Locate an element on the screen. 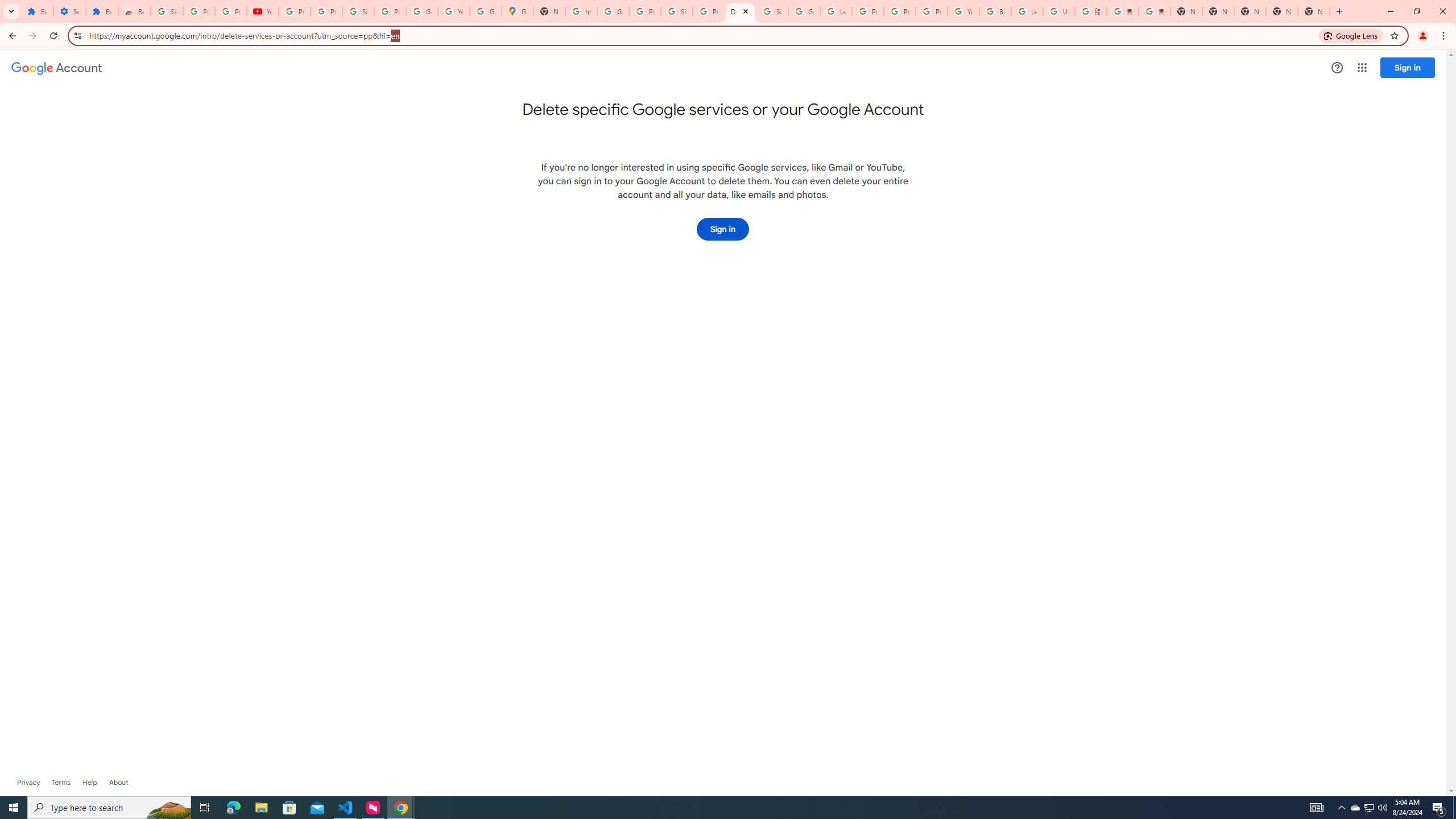 The height and width of the screenshot is (819, 1456). 'Privacy Help Center - Policies Help' is located at coordinates (868, 11).